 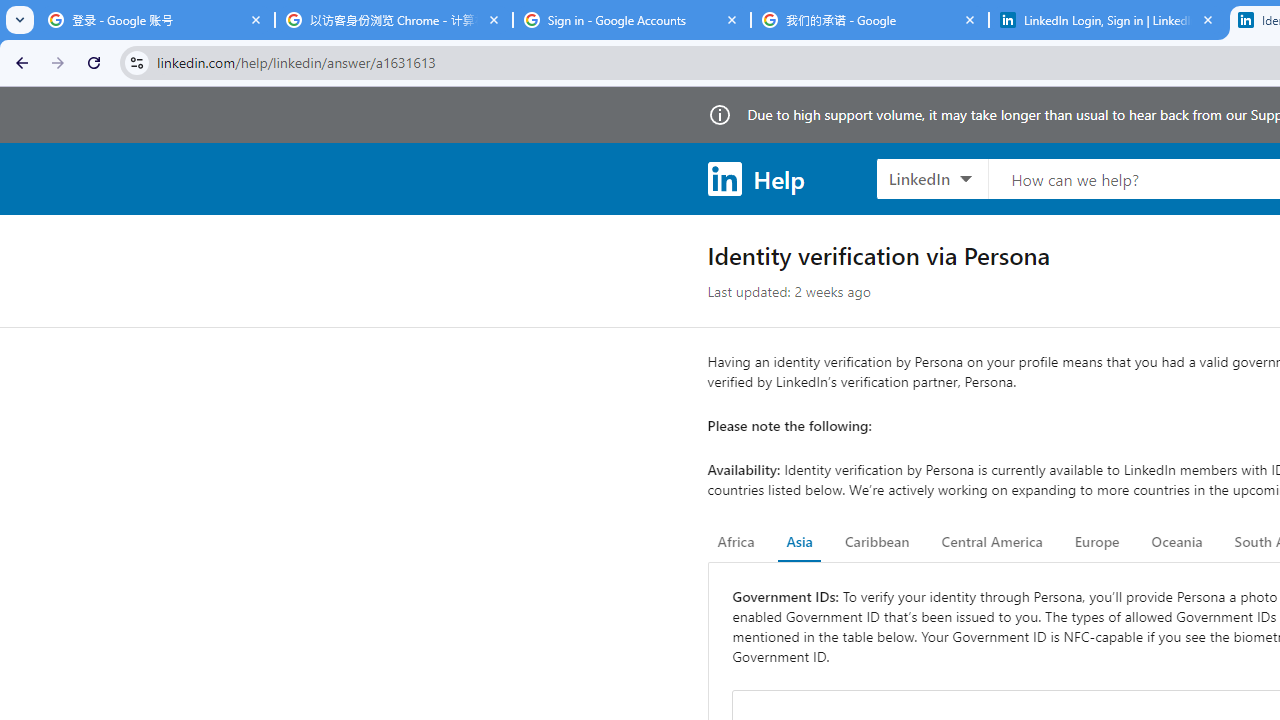 What do you see at coordinates (735, 542) in the screenshot?
I see `'Africa'` at bounding box center [735, 542].